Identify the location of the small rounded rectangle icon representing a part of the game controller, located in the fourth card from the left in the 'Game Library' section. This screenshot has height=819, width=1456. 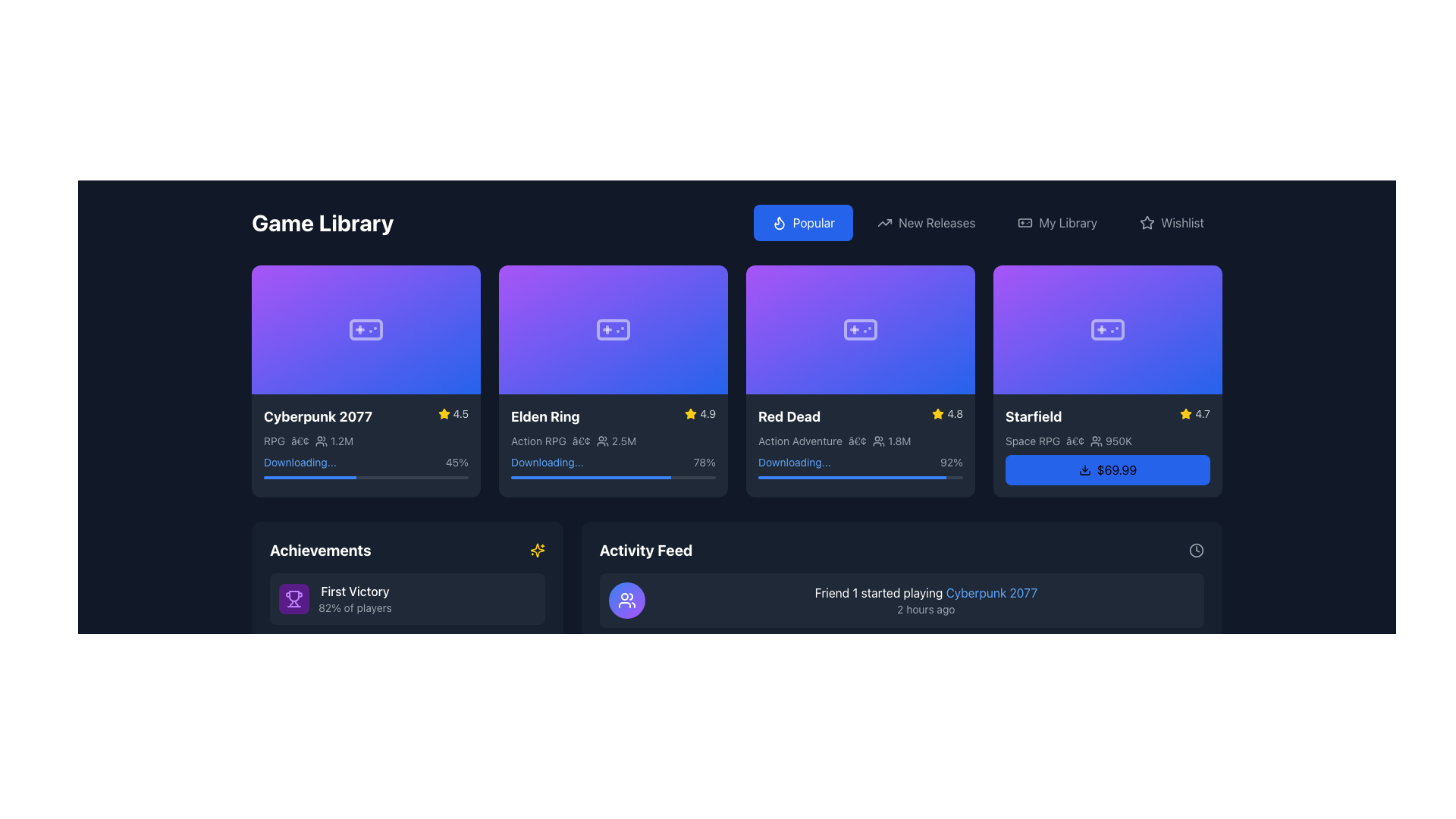
(1107, 328).